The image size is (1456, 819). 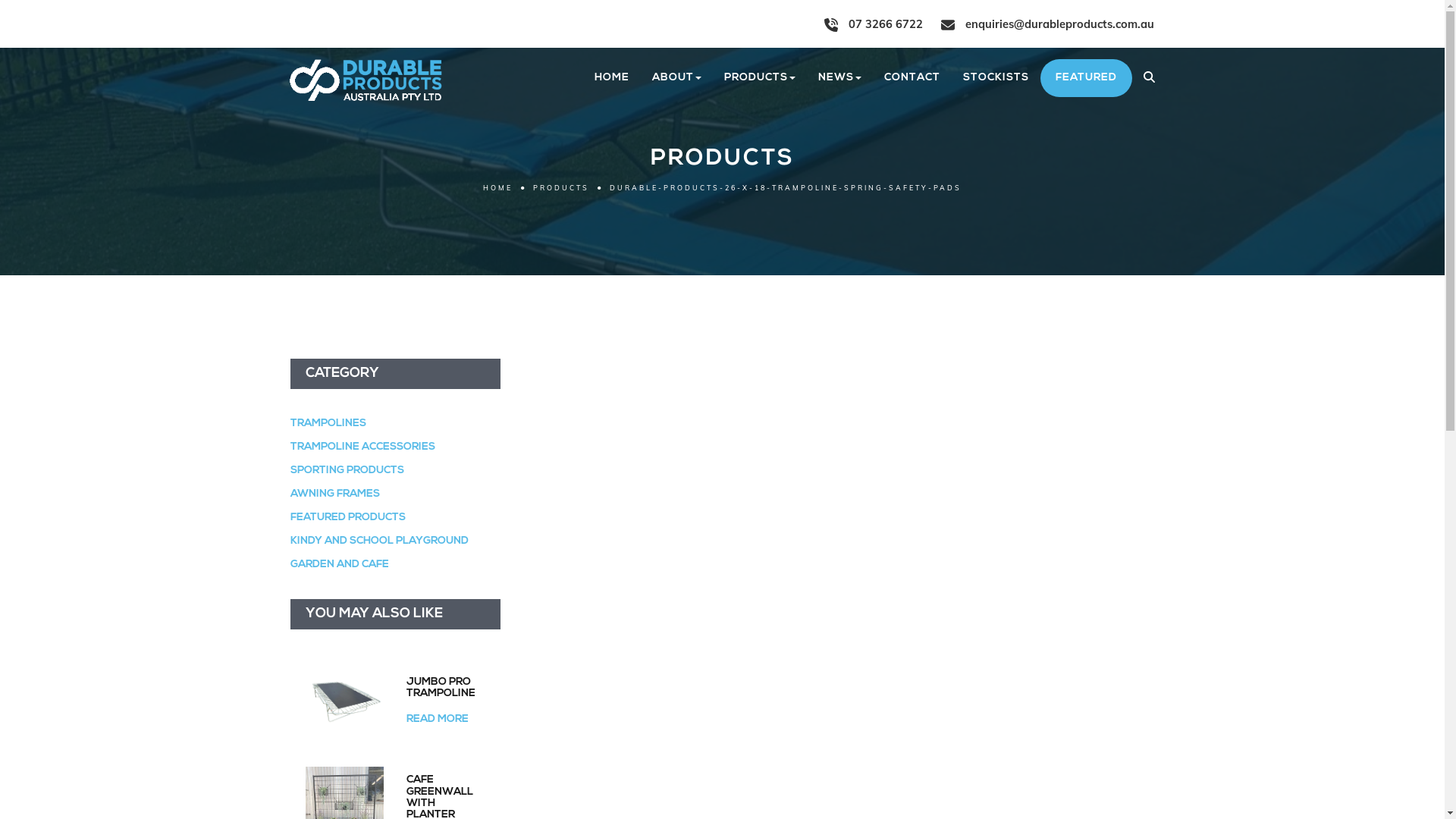 What do you see at coordinates (346, 516) in the screenshot?
I see `'FEATURED PRODUCTS'` at bounding box center [346, 516].